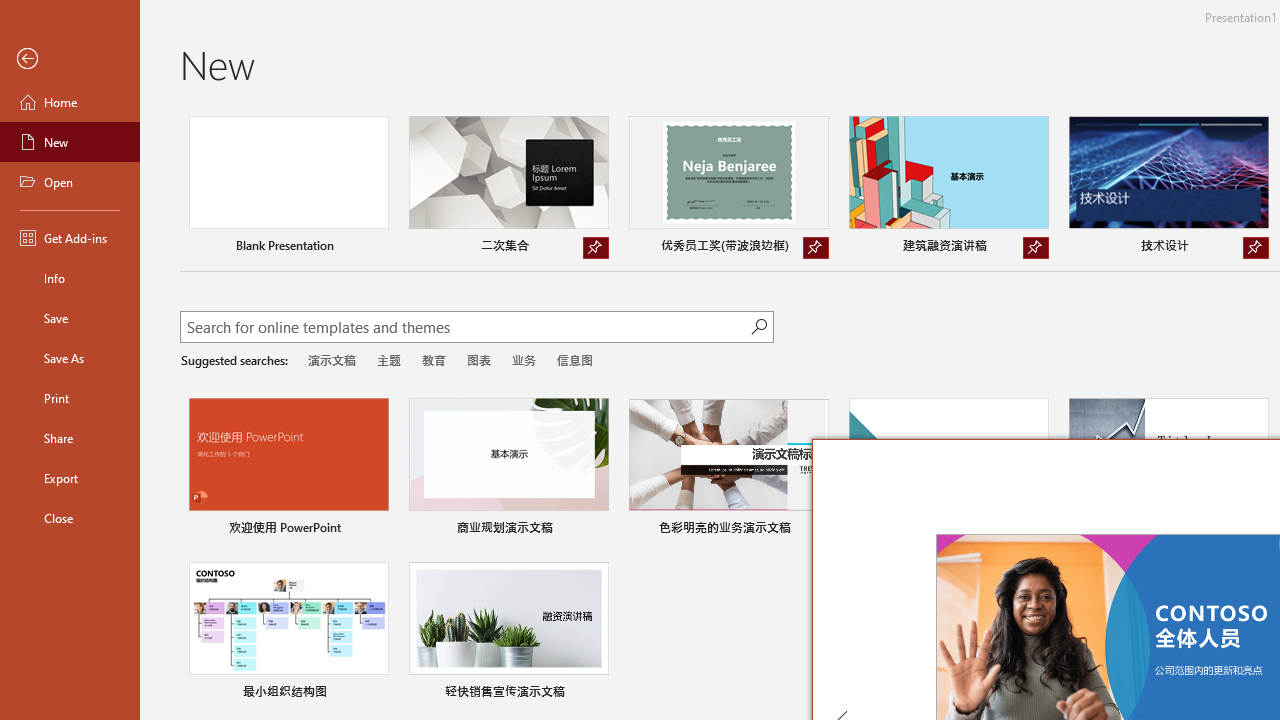 The width and height of the screenshot is (1280, 720). Describe the element at coordinates (69, 58) in the screenshot. I see `'Back'` at that location.